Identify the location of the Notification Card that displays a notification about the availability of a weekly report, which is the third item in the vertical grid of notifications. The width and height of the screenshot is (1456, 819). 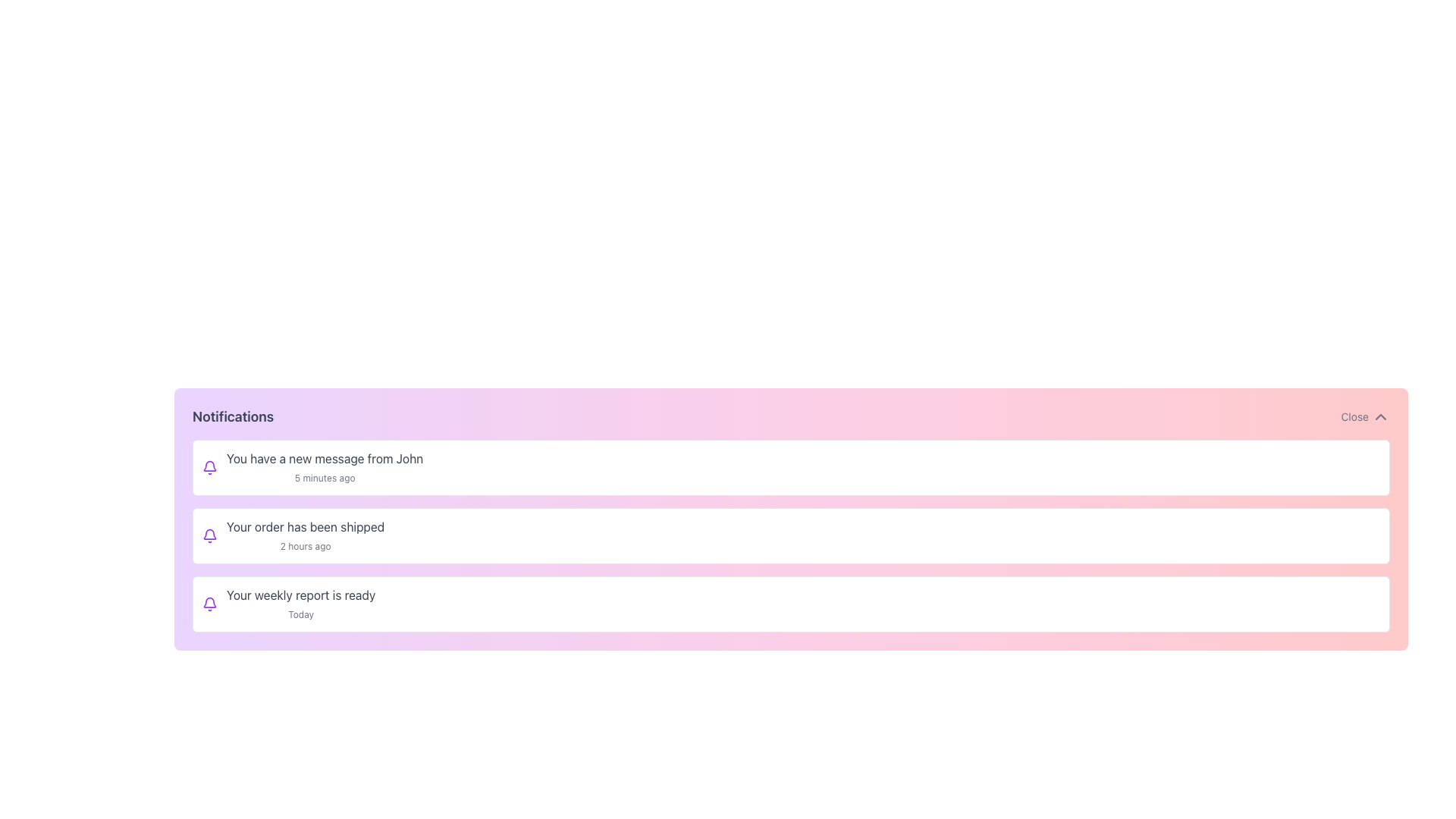
(790, 604).